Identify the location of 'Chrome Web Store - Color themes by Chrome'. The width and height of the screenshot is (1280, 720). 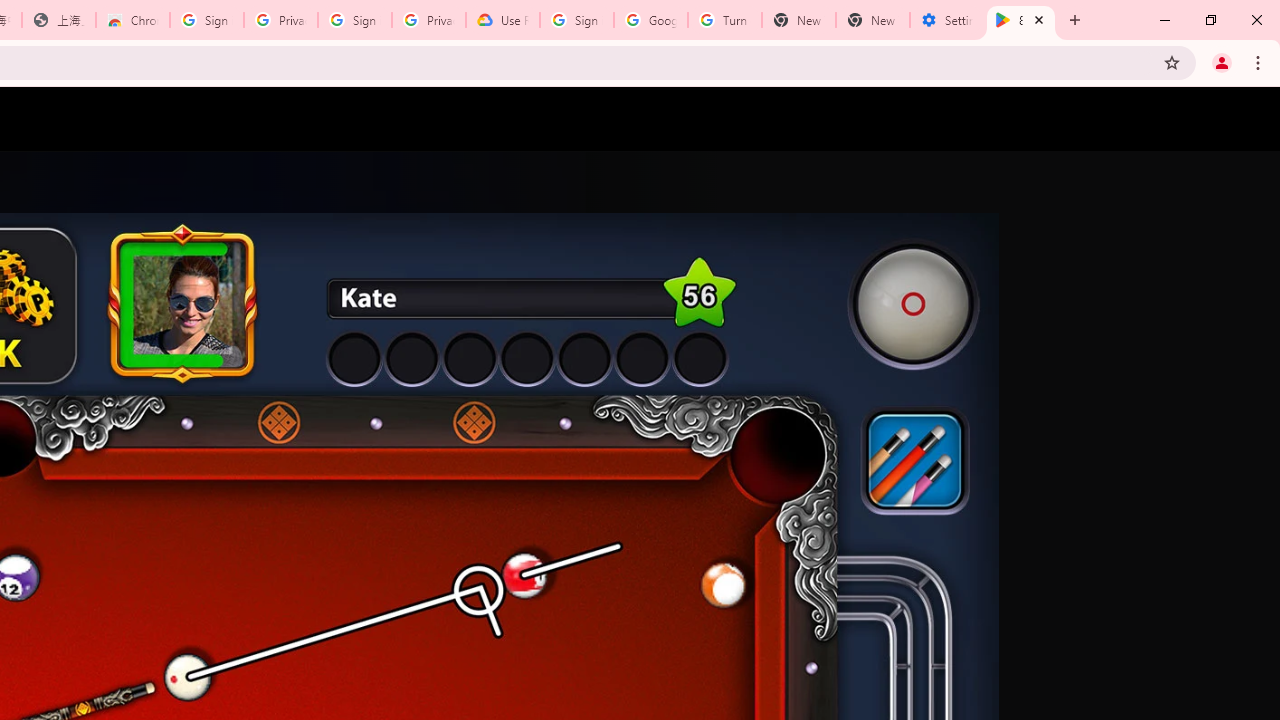
(132, 20).